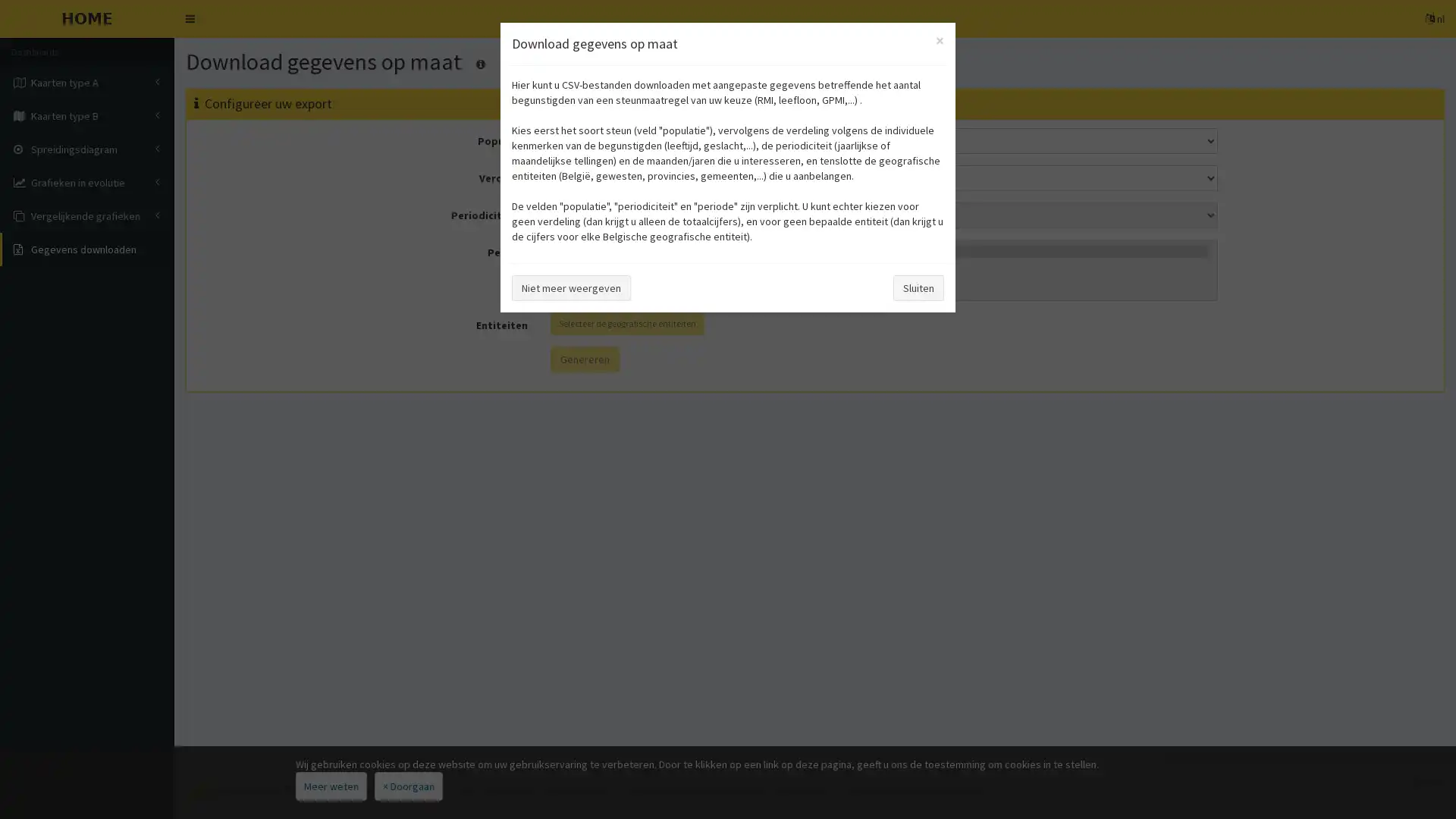 This screenshot has height=819, width=1456. Describe the element at coordinates (626, 322) in the screenshot. I see `Selecteer de geografische entiteiten` at that location.